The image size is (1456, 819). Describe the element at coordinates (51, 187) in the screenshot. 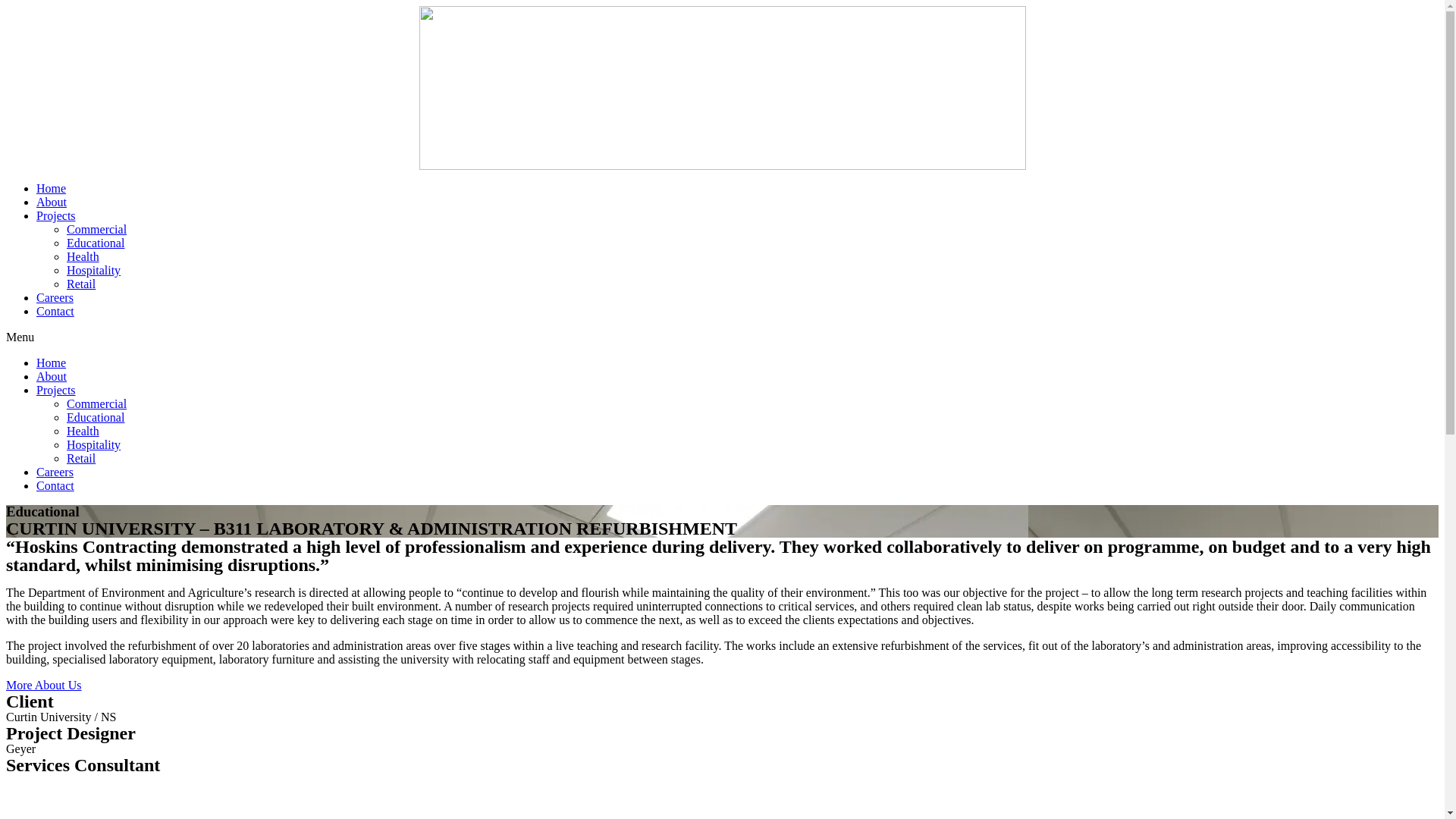

I see `'Home'` at that location.